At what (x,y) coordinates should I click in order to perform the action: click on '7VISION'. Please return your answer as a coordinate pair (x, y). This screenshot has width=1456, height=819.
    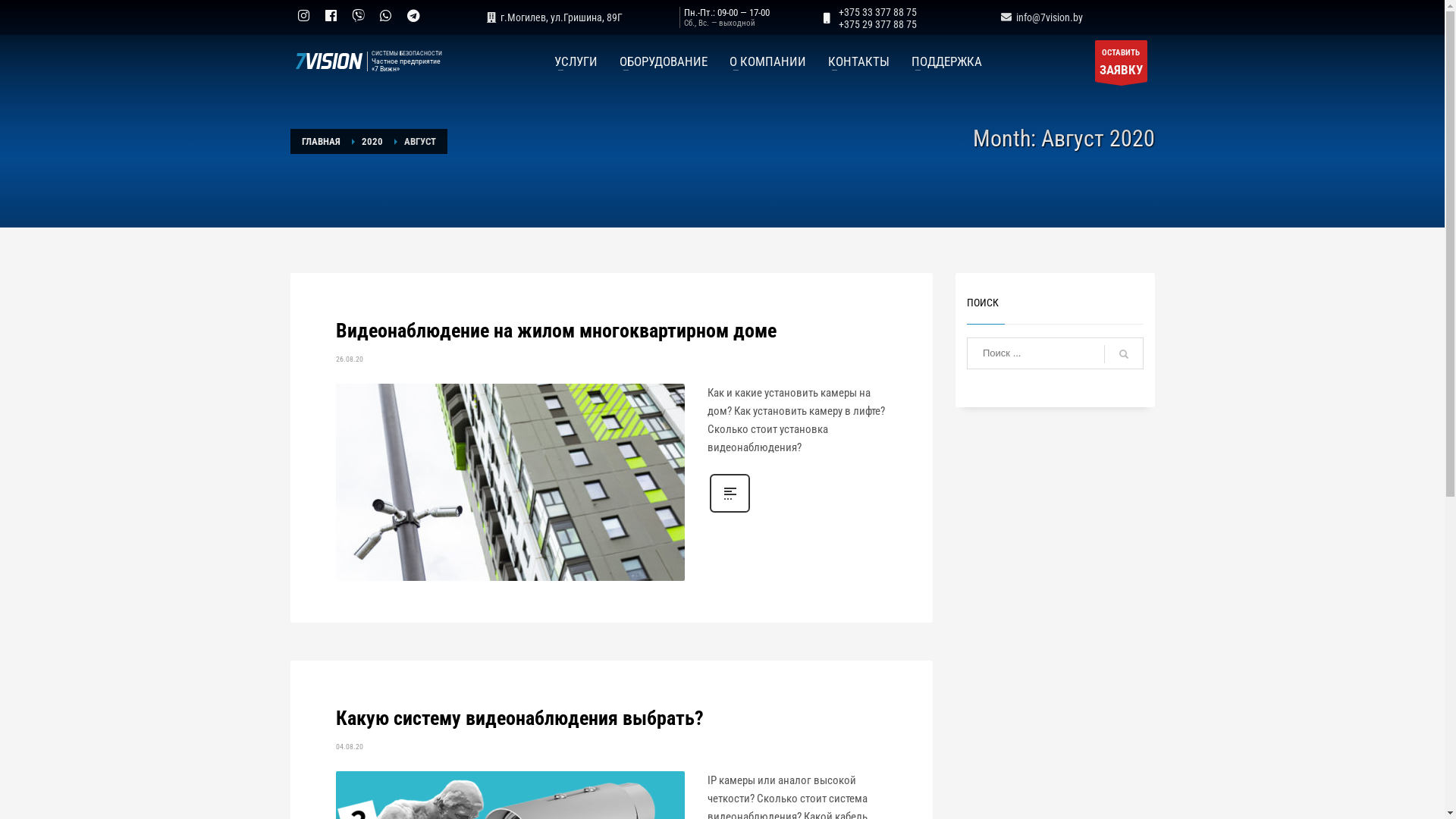
    Looking at the image, I should click on (325, 61).